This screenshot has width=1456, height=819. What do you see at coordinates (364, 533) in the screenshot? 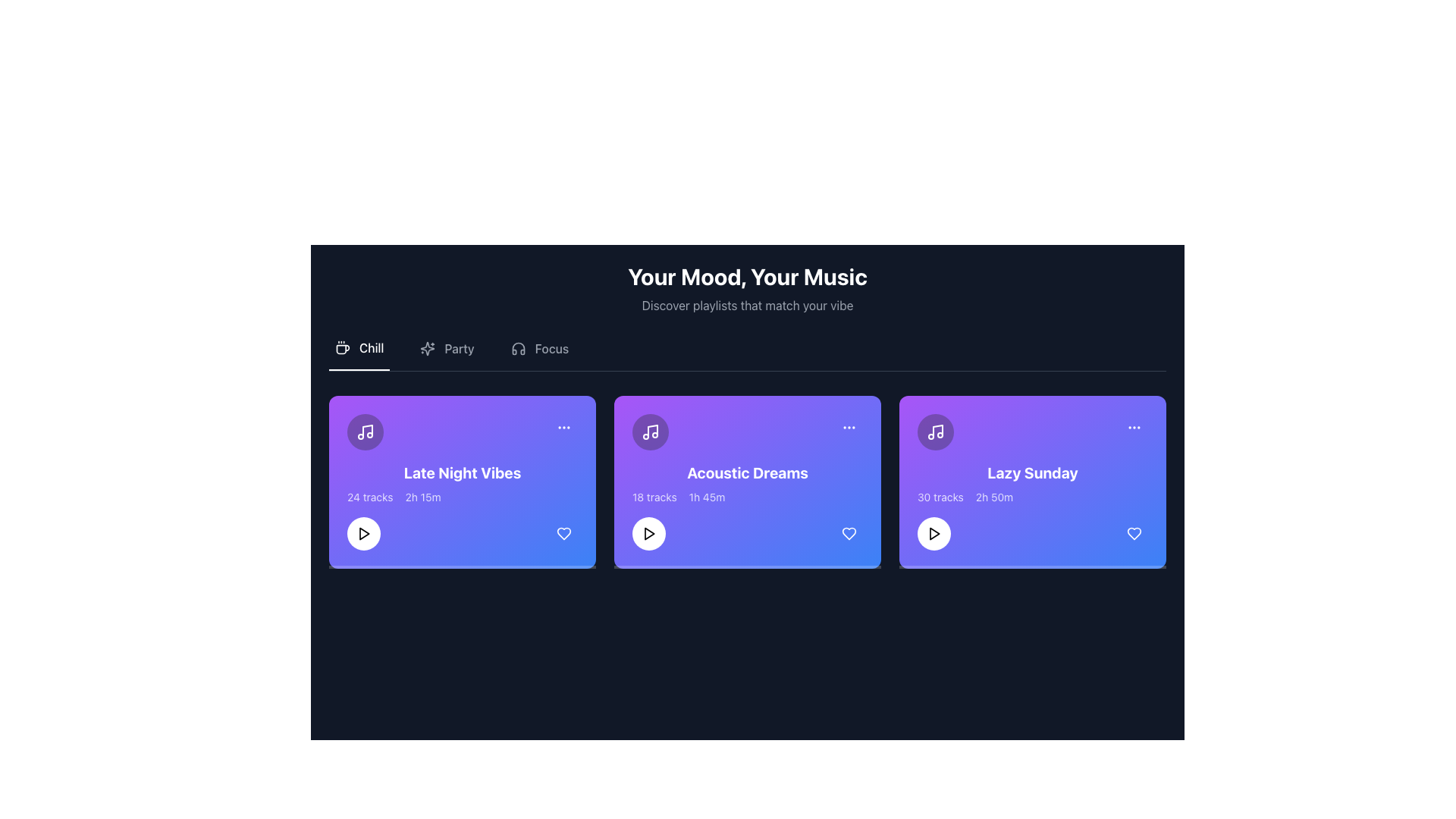
I see `the circular play button with a white background and black play icon located in the bottom-left section of the 'Late Night Vibes' music card` at bounding box center [364, 533].